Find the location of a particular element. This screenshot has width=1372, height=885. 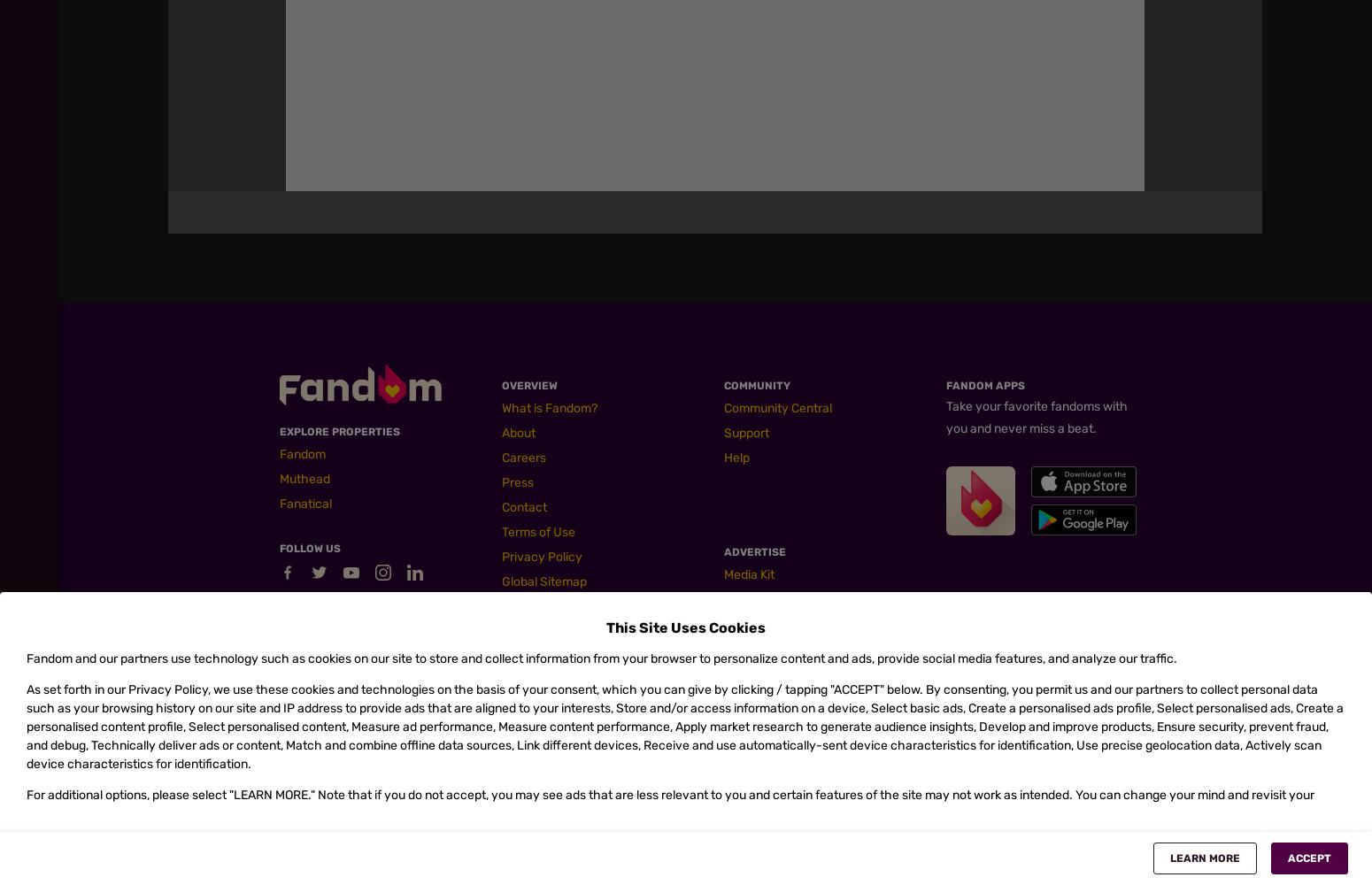

'Terms of Use' is located at coordinates (538, 531).